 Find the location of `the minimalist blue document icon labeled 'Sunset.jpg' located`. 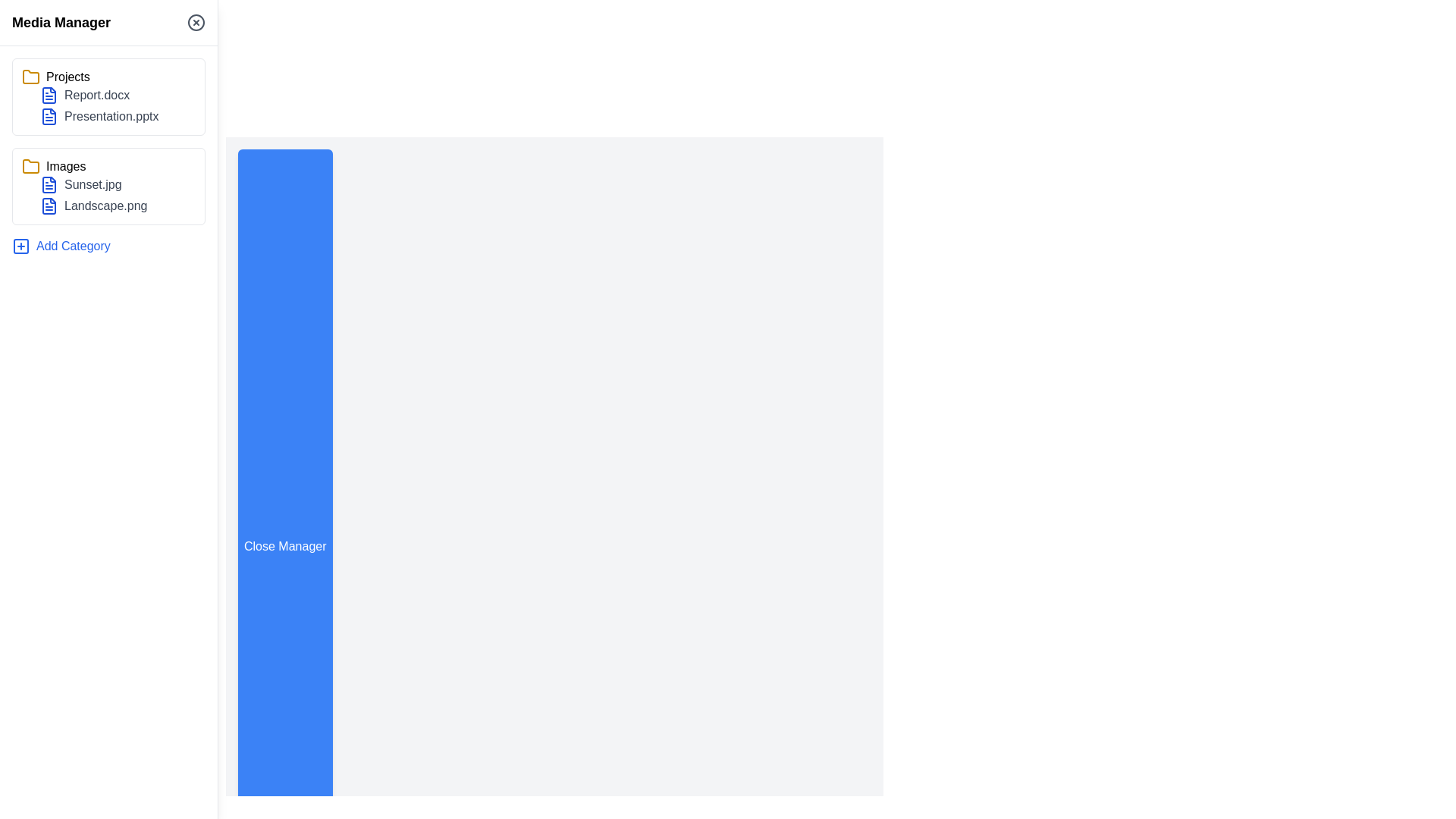

the minimalist blue document icon labeled 'Sunset.jpg' located is located at coordinates (49, 184).